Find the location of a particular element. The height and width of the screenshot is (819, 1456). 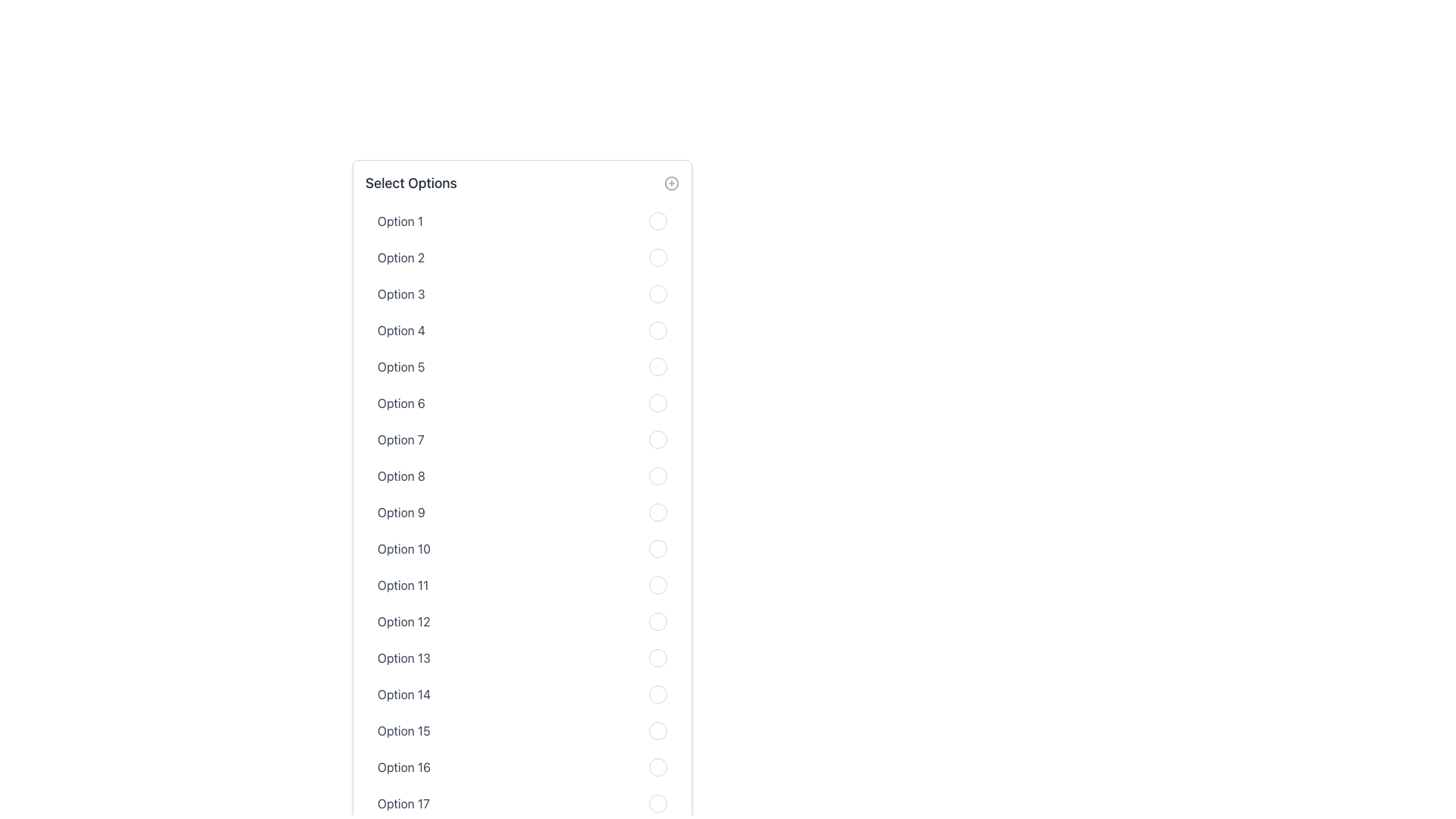

the radio button labeled 'Option 2' is located at coordinates (658, 256).